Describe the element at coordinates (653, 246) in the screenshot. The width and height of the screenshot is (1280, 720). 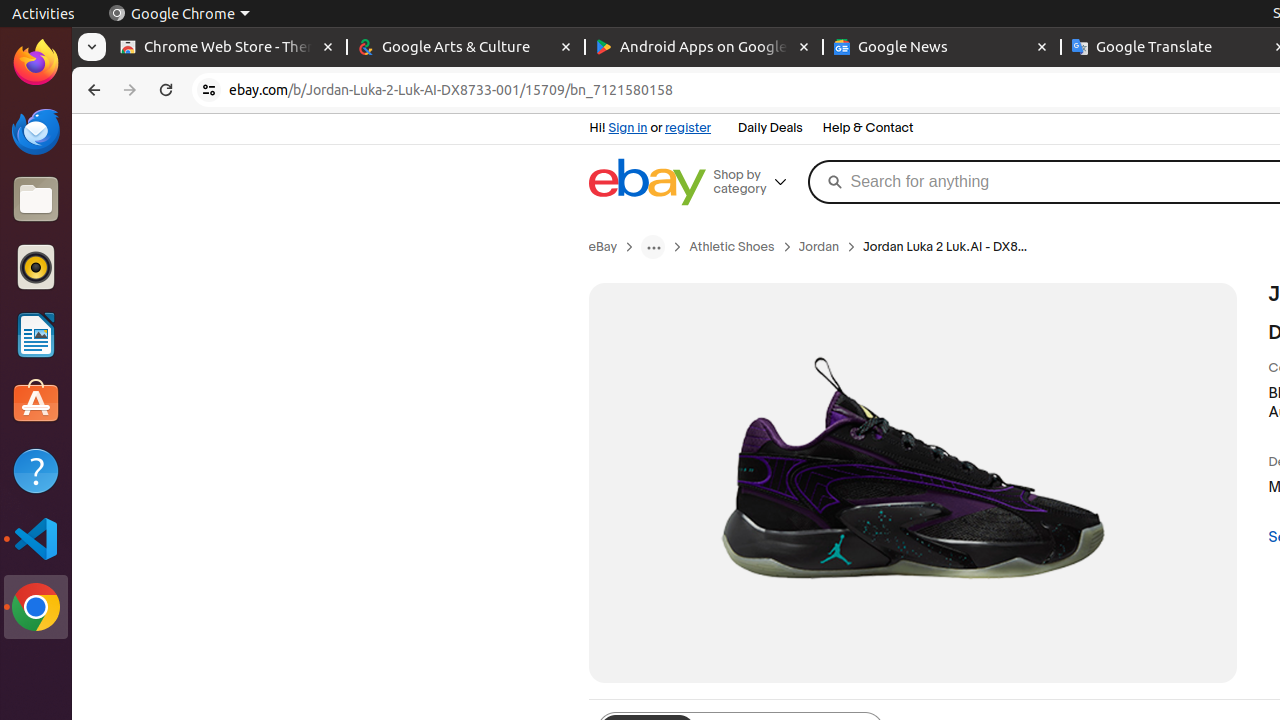
I see `'breadcrumb menu'` at that location.